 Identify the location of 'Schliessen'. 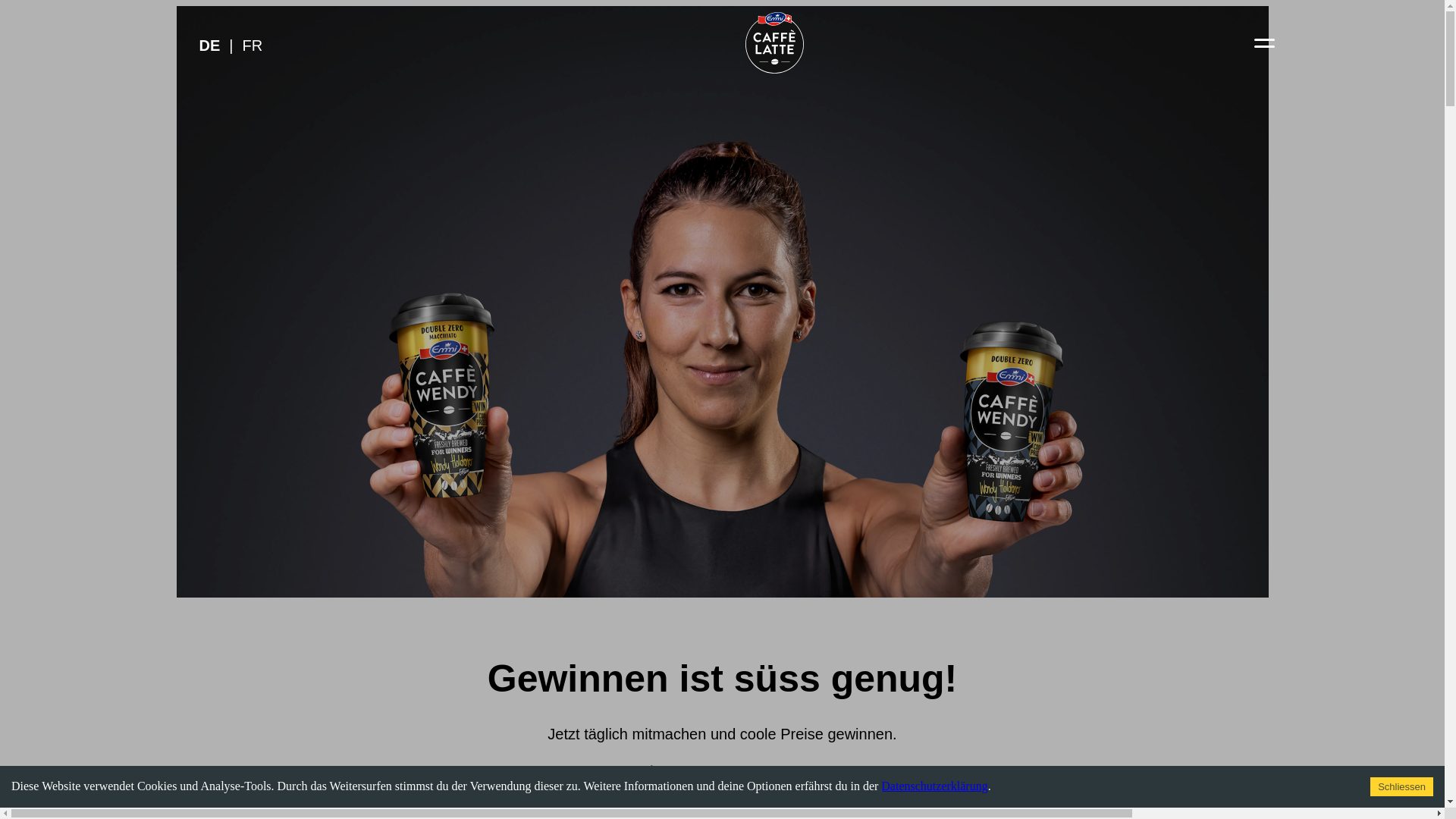
(1401, 786).